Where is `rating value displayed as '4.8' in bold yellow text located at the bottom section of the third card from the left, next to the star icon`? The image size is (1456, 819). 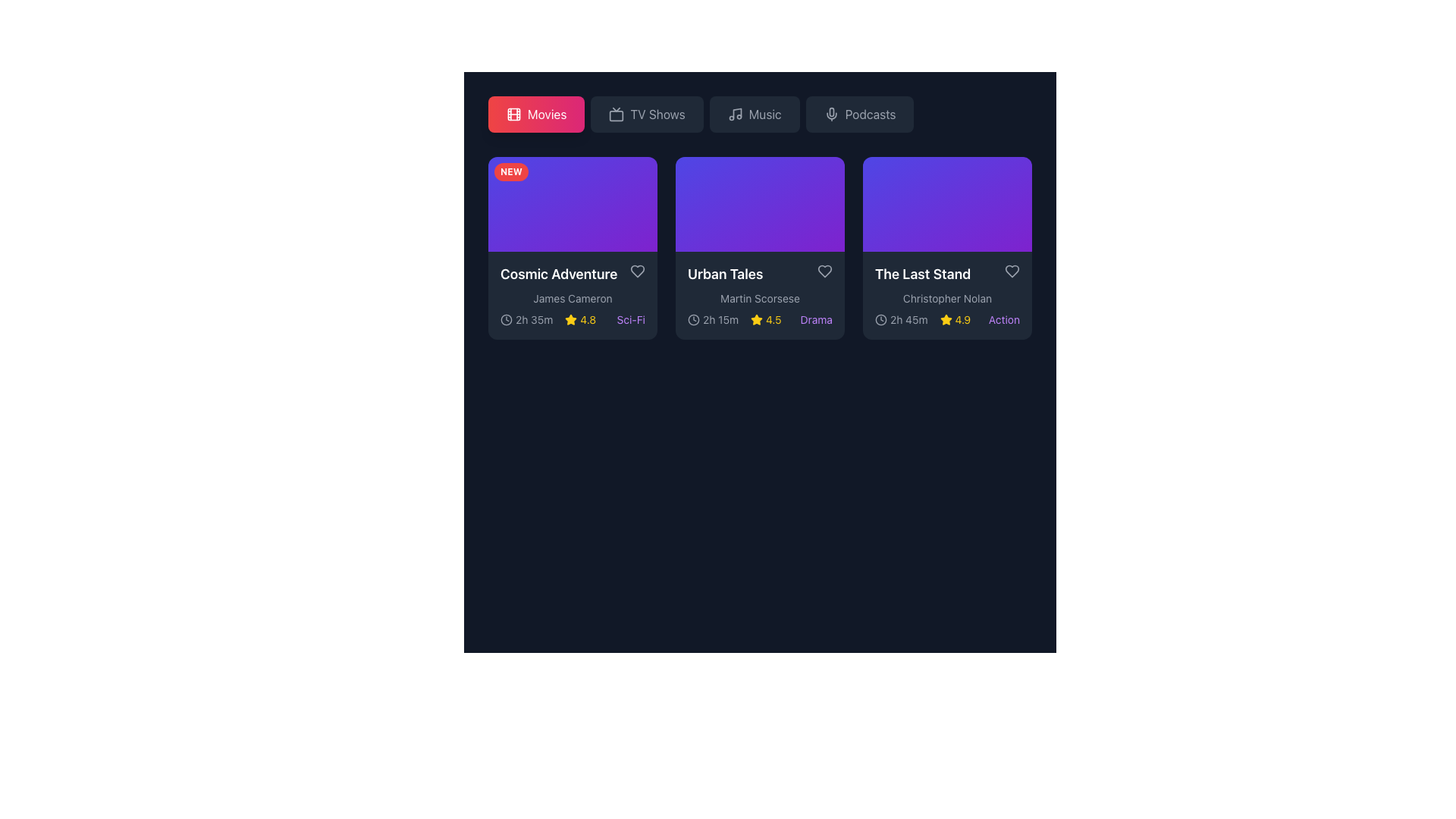 rating value displayed as '4.8' in bold yellow text located at the bottom section of the third card from the left, next to the star icon is located at coordinates (587, 319).